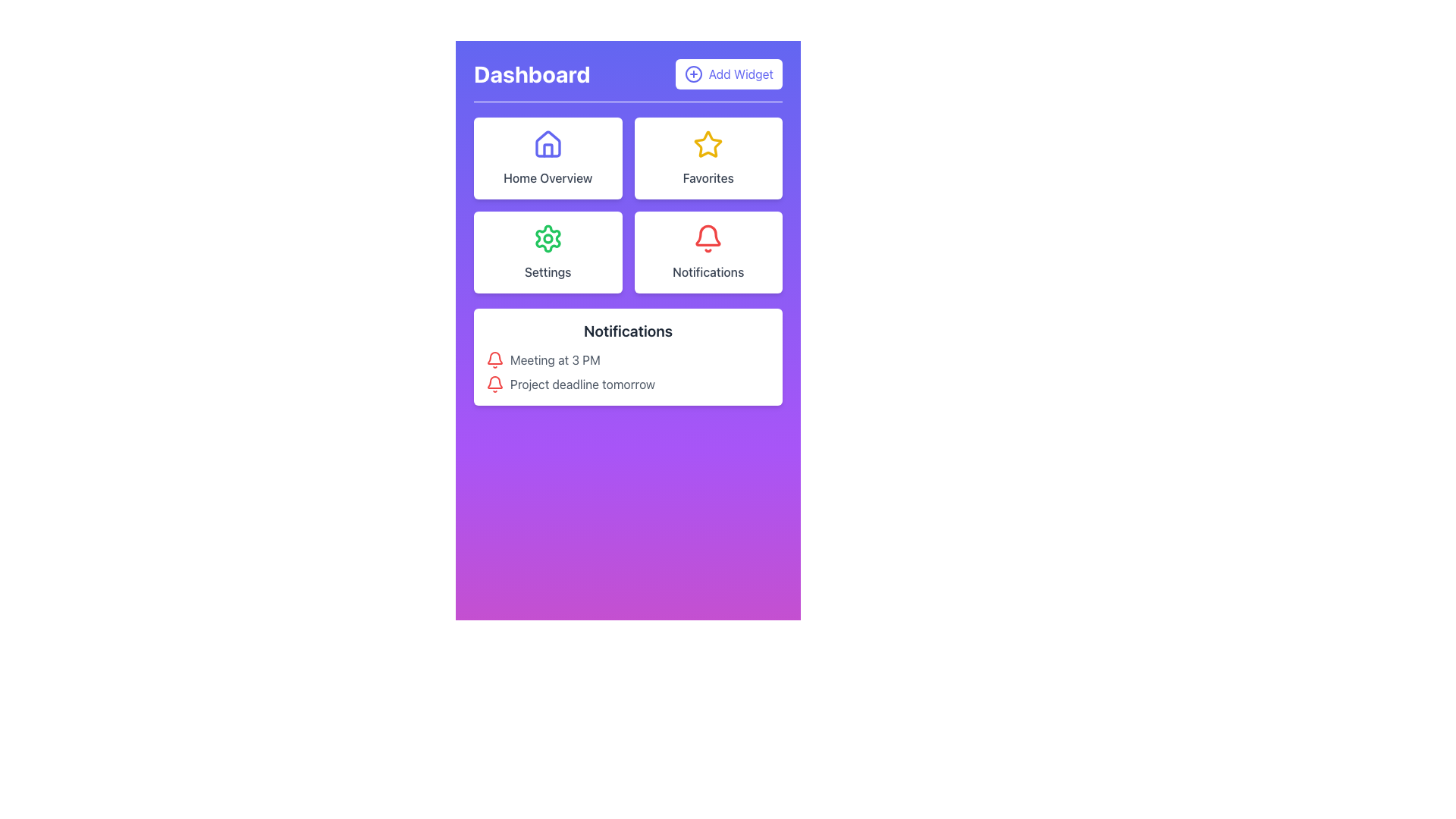  Describe the element at coordinates (628, 330) in the screenshot. I see `the section header text label that indicates the start of the notifications area, located at the top-center of the white card on the main interface` at that location.